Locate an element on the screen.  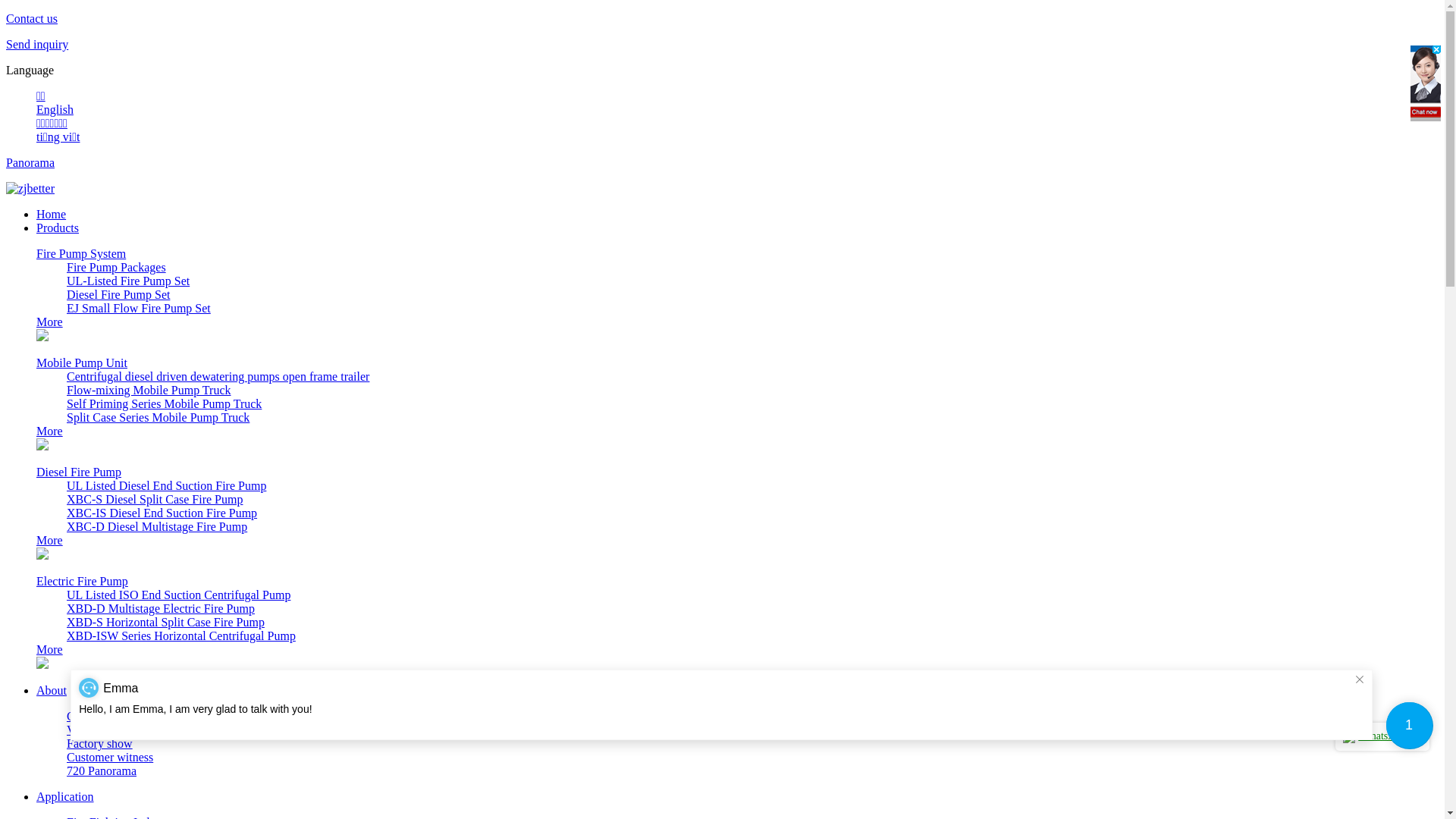
'Application' is located at coordinates (64, 795).